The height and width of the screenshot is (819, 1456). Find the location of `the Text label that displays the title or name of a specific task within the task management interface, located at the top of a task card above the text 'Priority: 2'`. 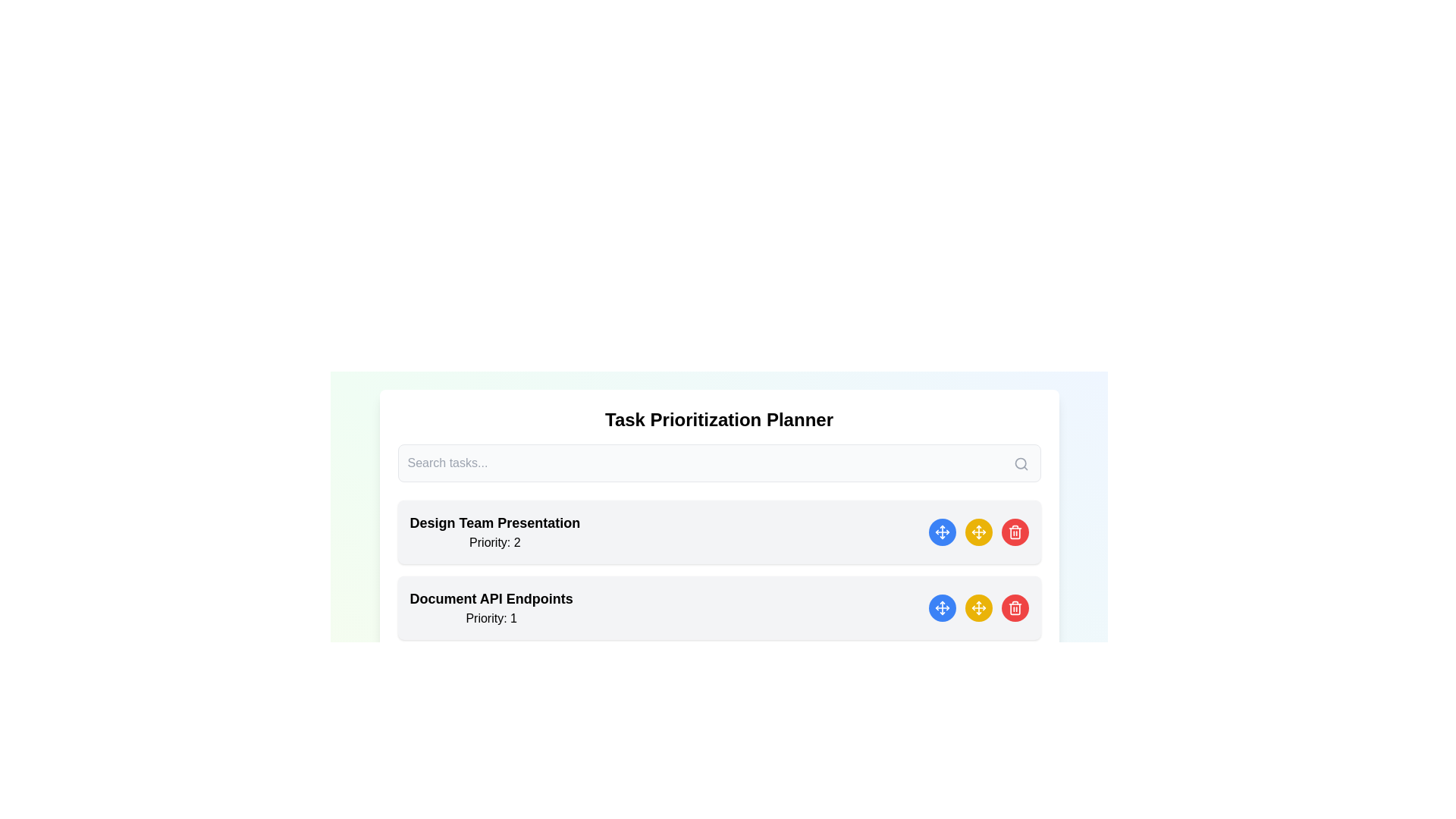

the Text label that displays the title or name of a specific task within the task management interface, located at the top of a task card above the text 'Priority: 2' is located at coordinates (494, 522).